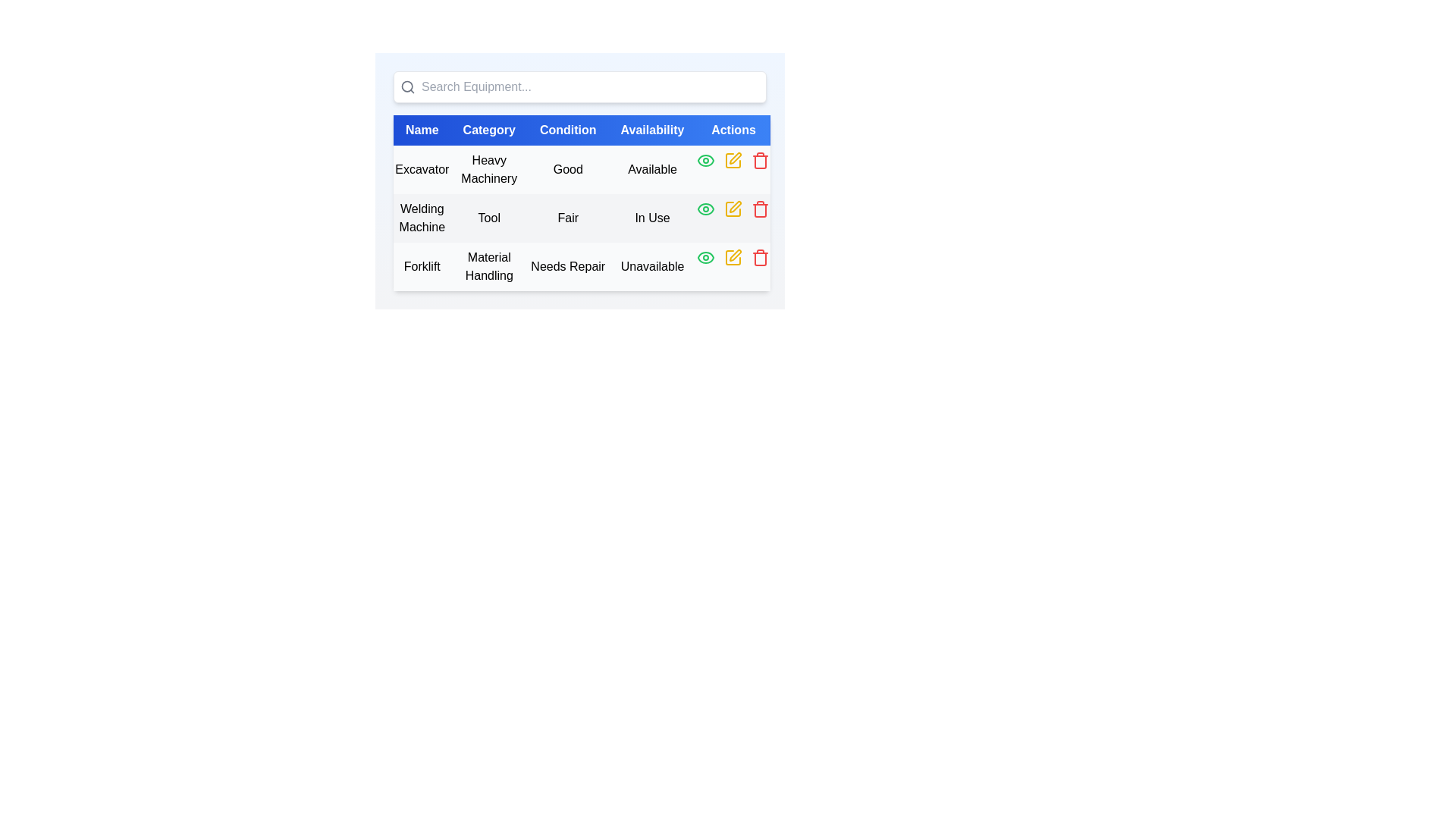  I want to click on the pencil icon button in the 'Actions' column of the last row, so click(733, 256).